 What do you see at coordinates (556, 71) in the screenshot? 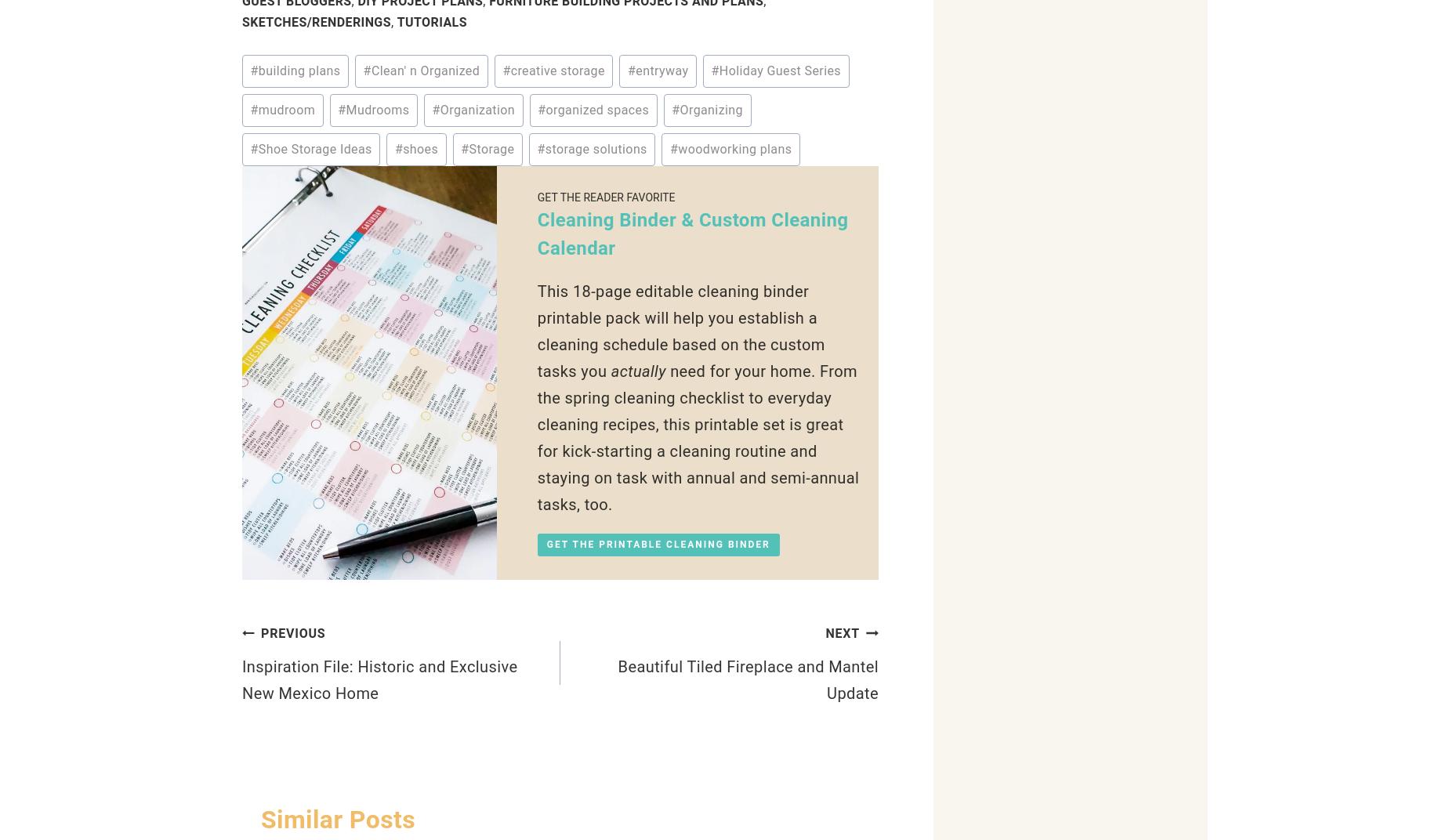
I see `'creative storage'` at bounding box center [556, 71].